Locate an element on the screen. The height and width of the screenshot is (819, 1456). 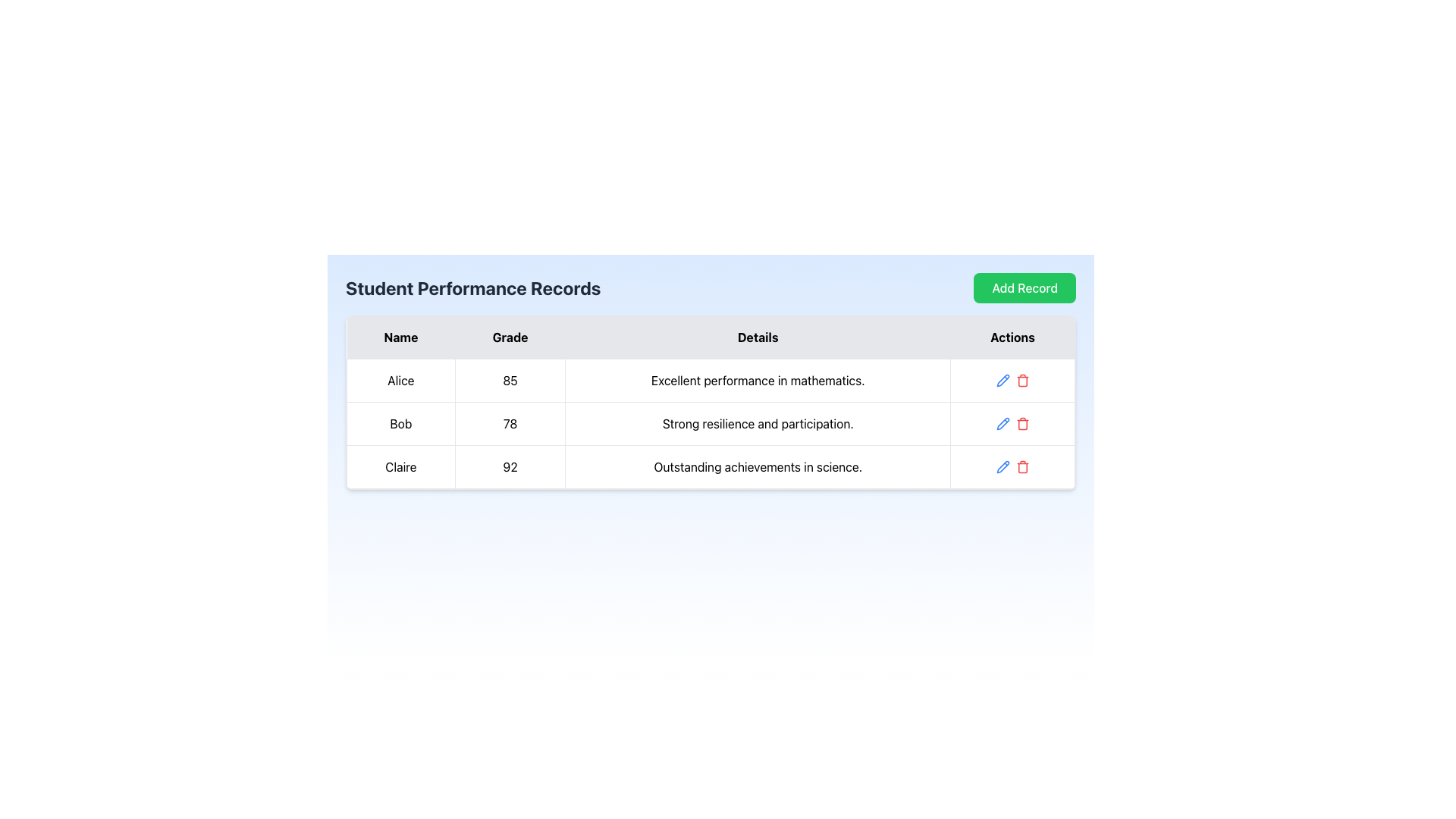
displayed text 'Bob' from the Text Display located in the second row, first column of the 'Student Performance Records' table, which is directly below 'Alice' and above 'Claire' is located at coordinates (400, 424).